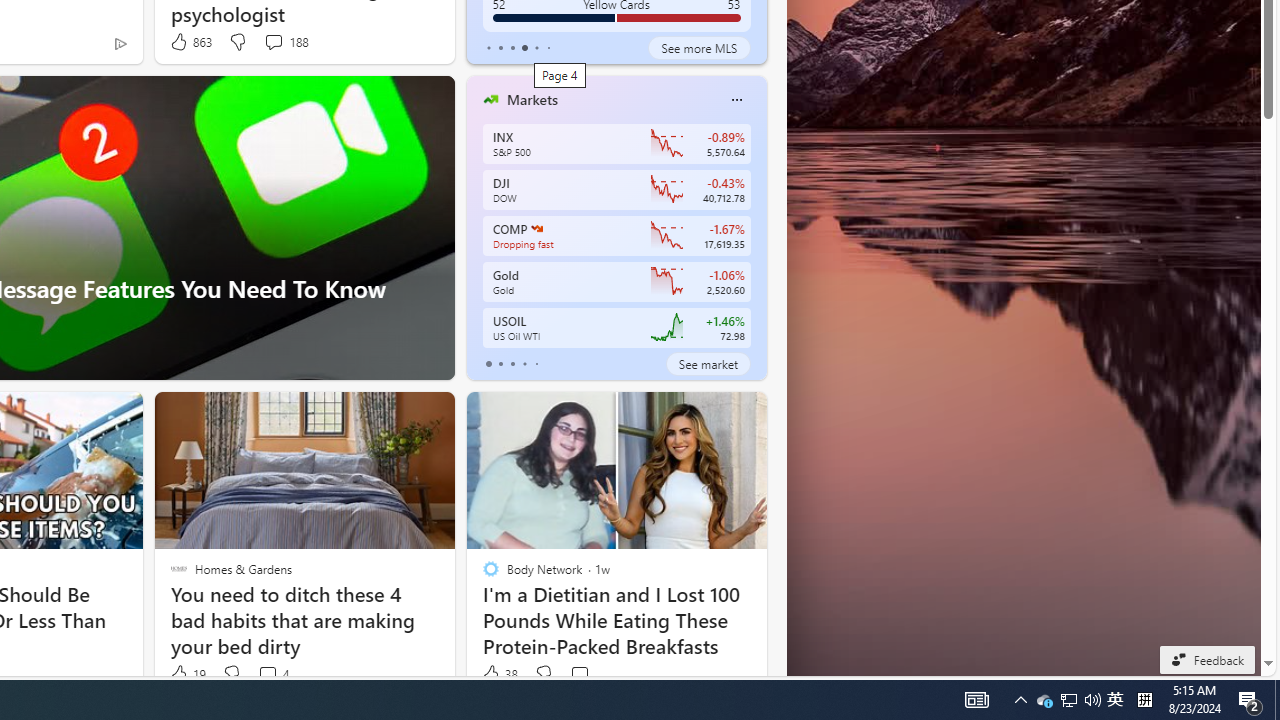  I want to click on 'View comments 188 Comment', so click(272, 41).